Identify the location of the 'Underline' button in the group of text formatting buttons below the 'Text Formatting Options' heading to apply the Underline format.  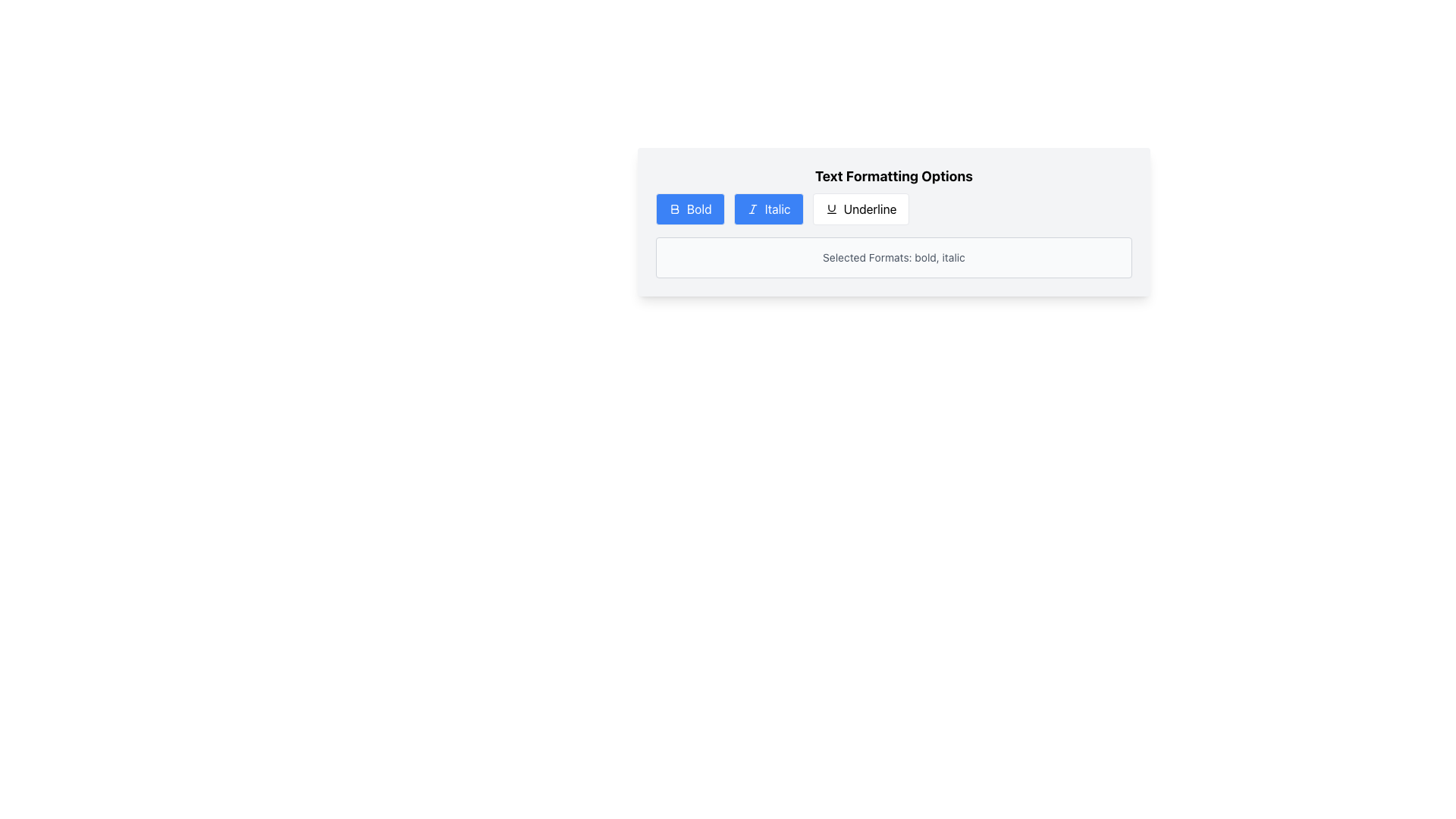
(894, 209).